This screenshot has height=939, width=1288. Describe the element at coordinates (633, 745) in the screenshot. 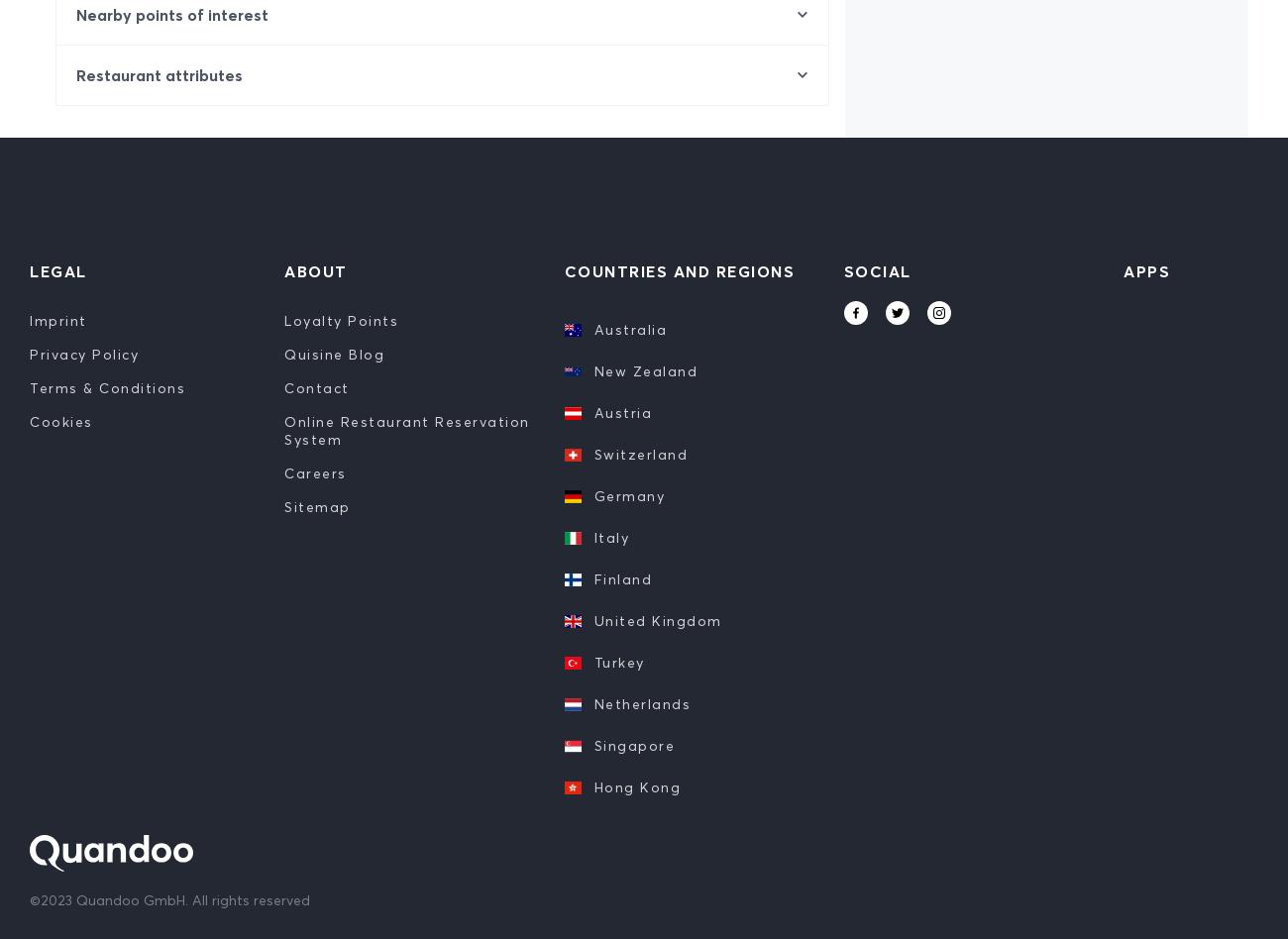

I see `'Singapore'` at that location.